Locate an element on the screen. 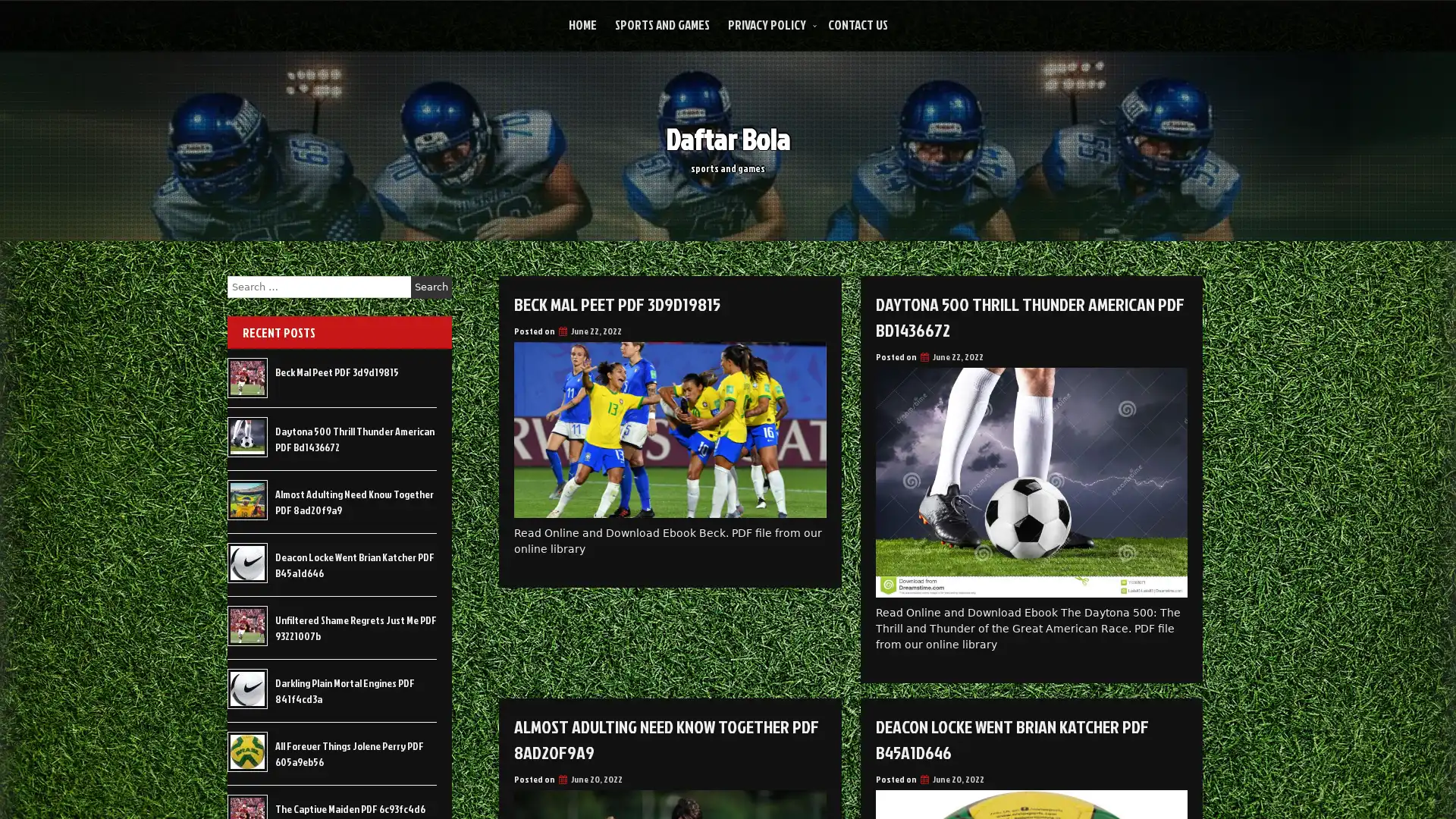  Search is located at coordinates (431, 287).